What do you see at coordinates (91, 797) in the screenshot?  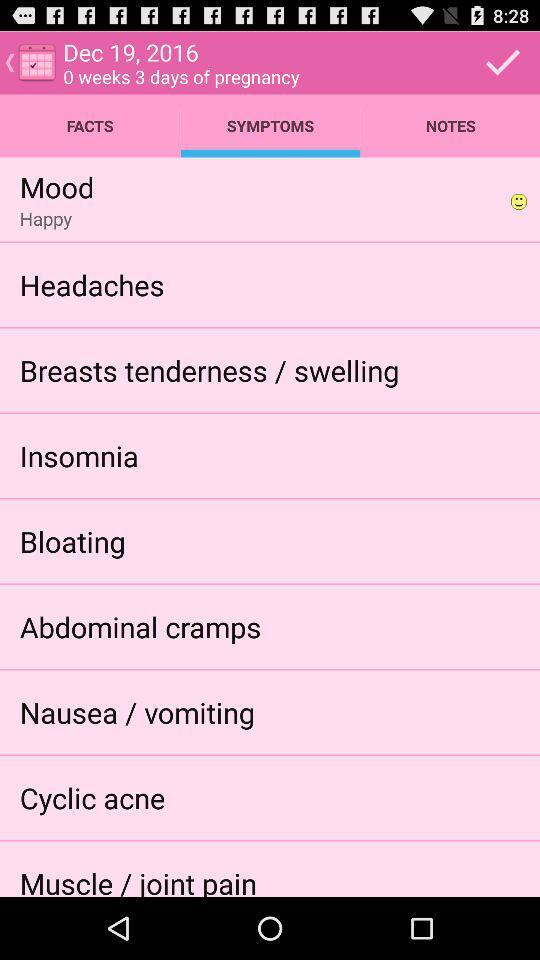 I see `cyclic acne item` at bounding box center [91, 797].